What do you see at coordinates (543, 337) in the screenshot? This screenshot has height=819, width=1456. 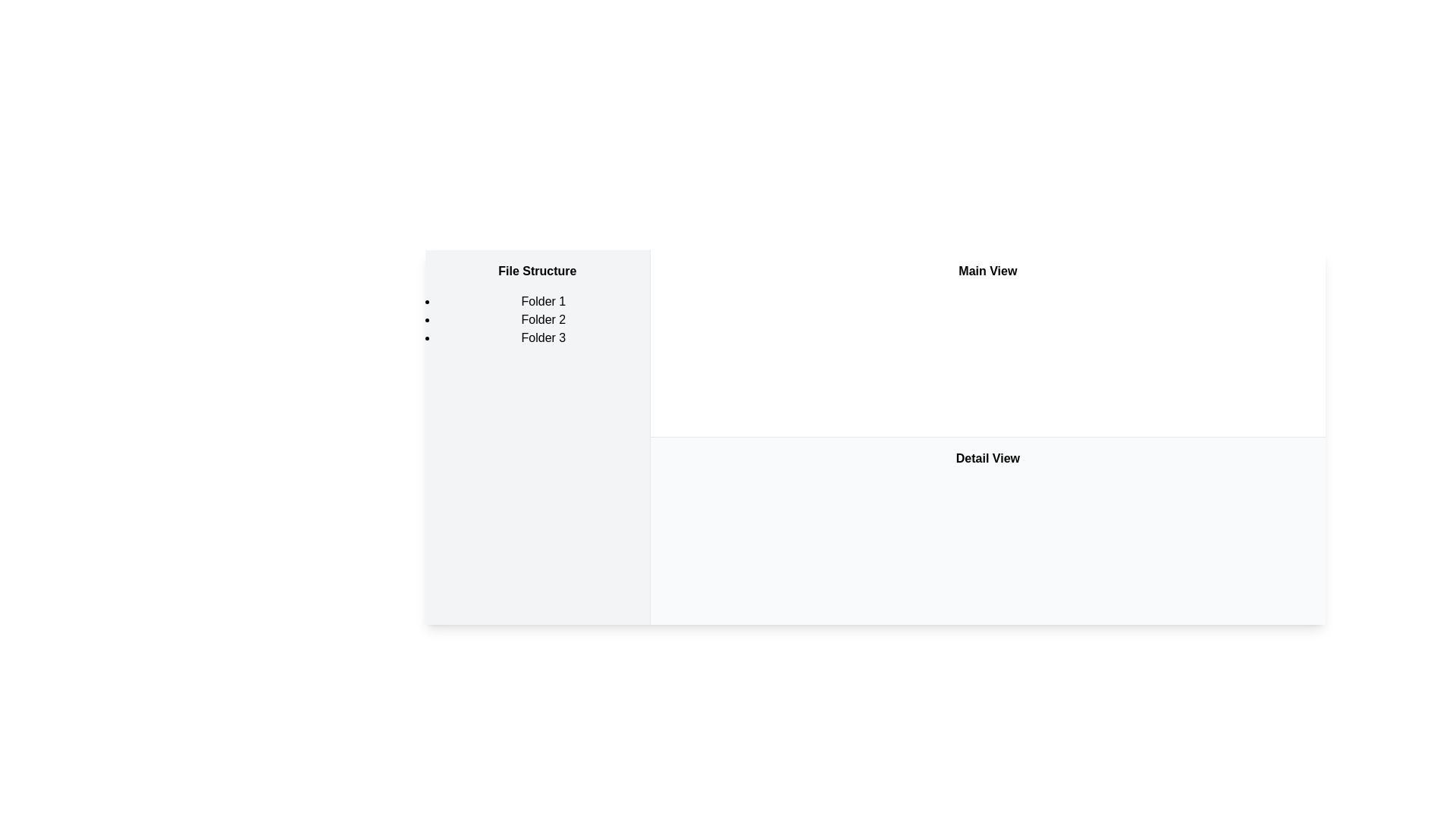 I see `text element displaying 'Folder 3', which is the third item in the vertical bulleted list under the title 'File Structure'` at bounding box center [543, 337].